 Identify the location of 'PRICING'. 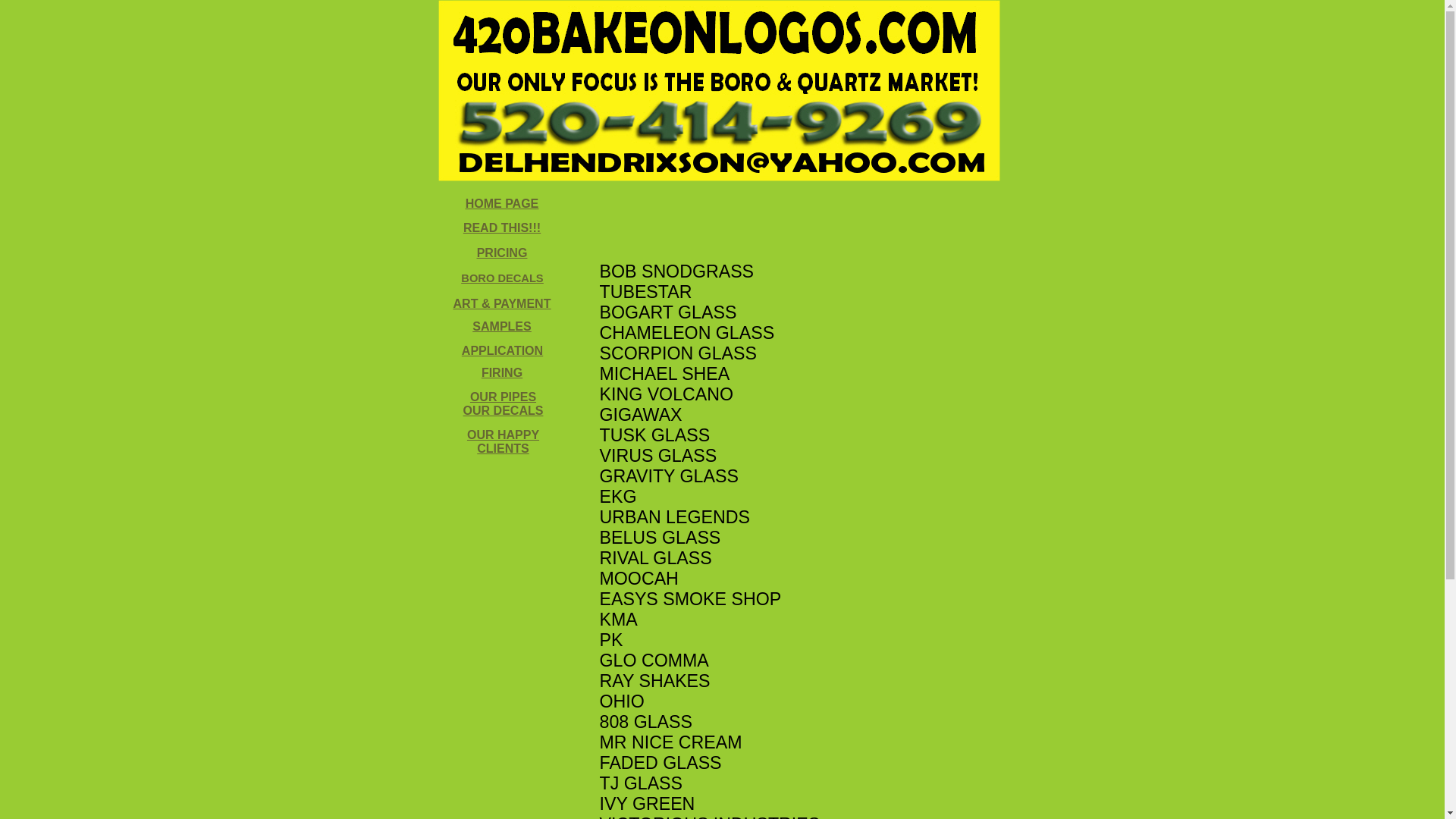
(502, 252).